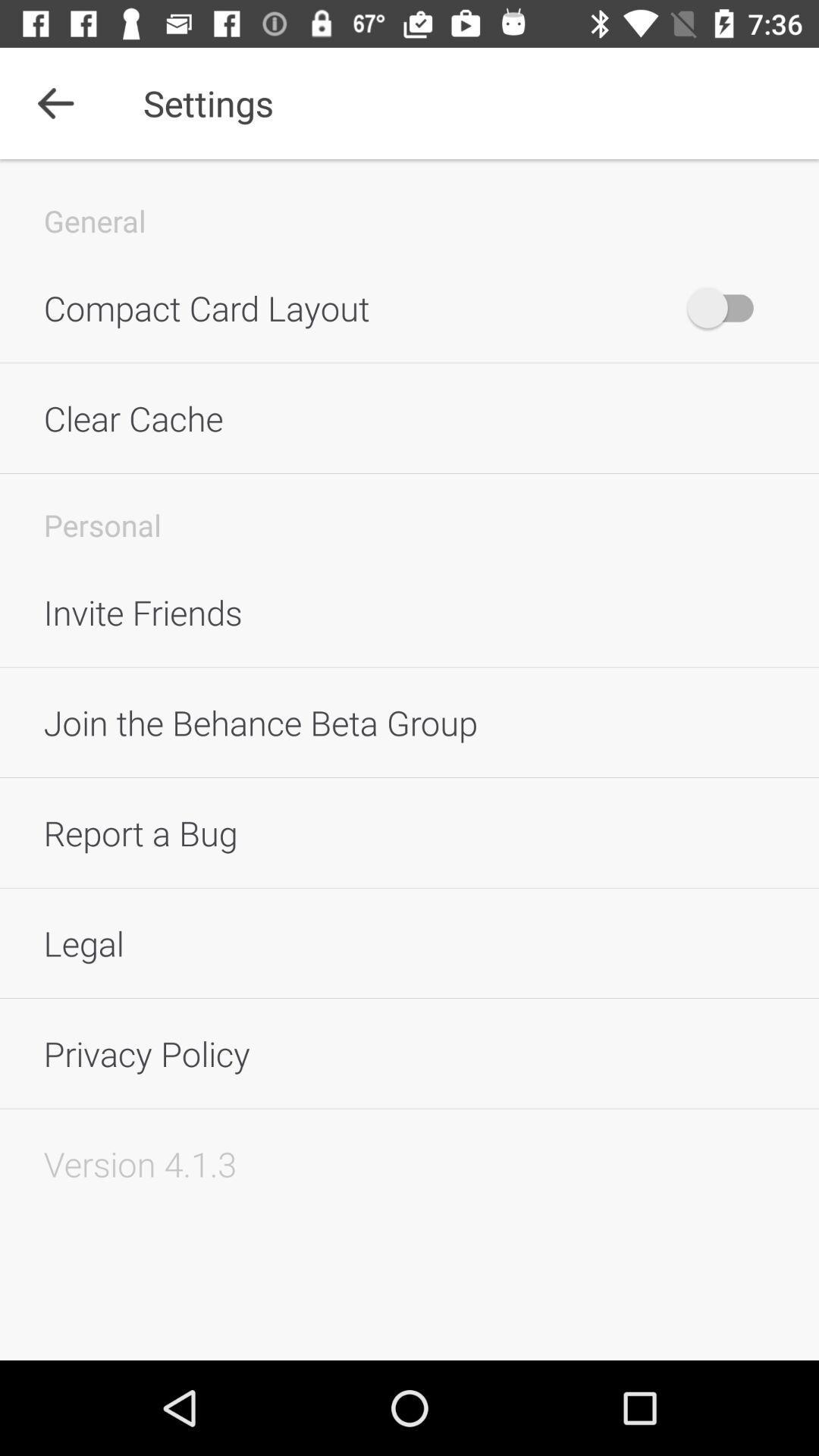 The height and width of the screenshot is (1456, 819). Describe the element at coordinates (409, 942) in the screenshot. I see `legal item` at that location.